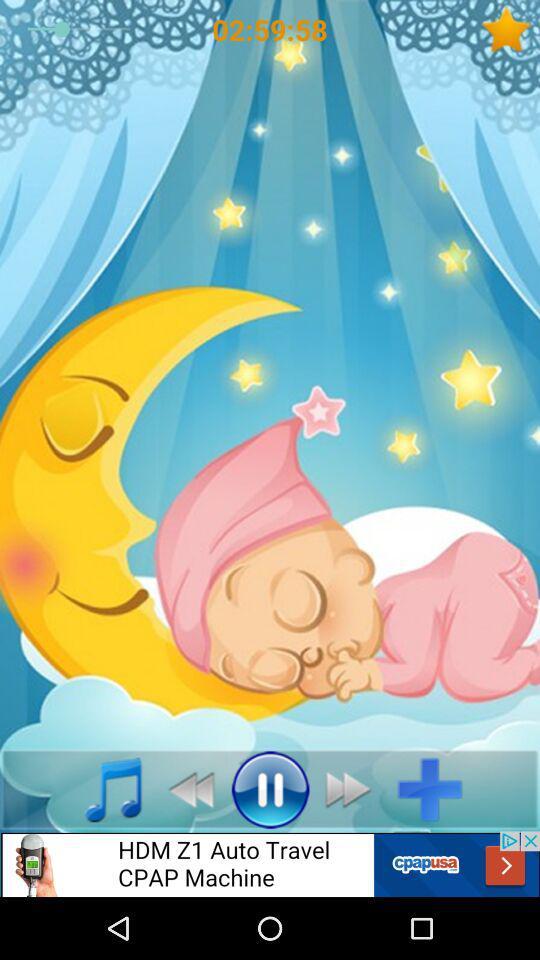 Image resolution: width=540 pixels, height=960 pixels. Describe the element at coordinates (353, 789) in the screenshot. I see `the av_forward icon` at that location.